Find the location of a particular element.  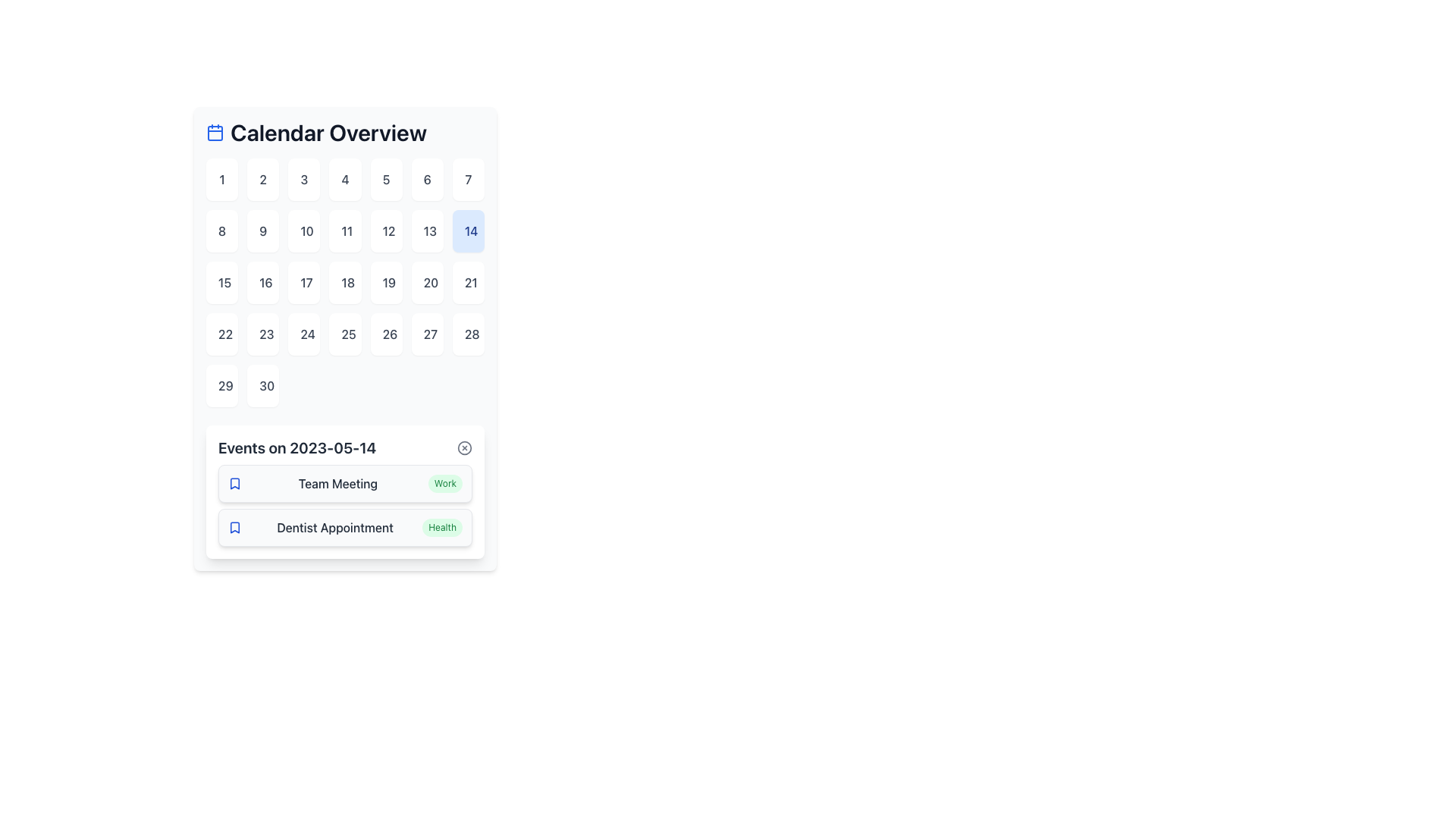

the 'Calendar Overview' text label, which is a bold, large sans-serif font positioned at the top of the header section next to a blue calendar icon is located at coordinates (328, 131).